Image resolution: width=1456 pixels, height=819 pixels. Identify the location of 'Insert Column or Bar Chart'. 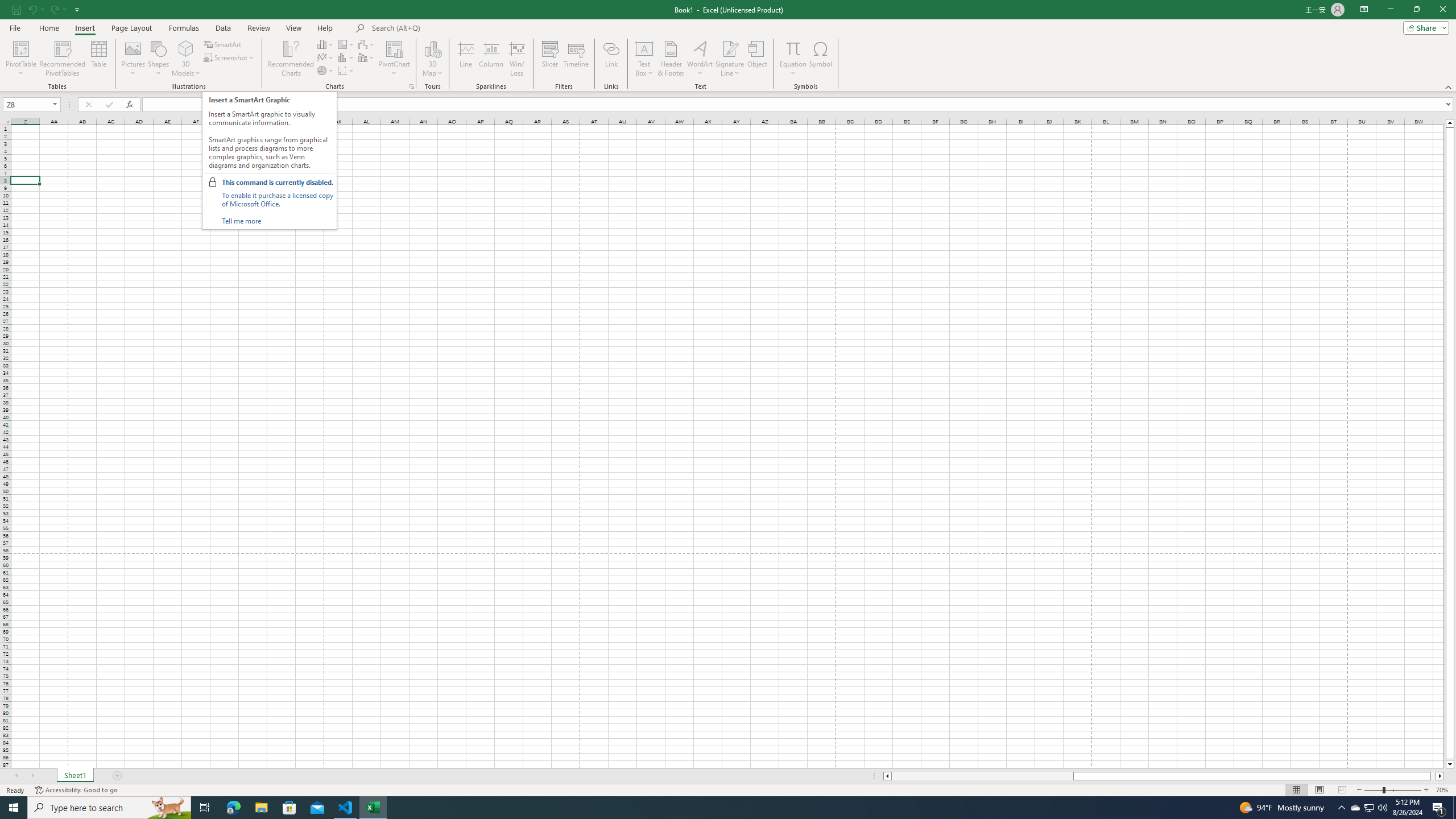
(325, 44).